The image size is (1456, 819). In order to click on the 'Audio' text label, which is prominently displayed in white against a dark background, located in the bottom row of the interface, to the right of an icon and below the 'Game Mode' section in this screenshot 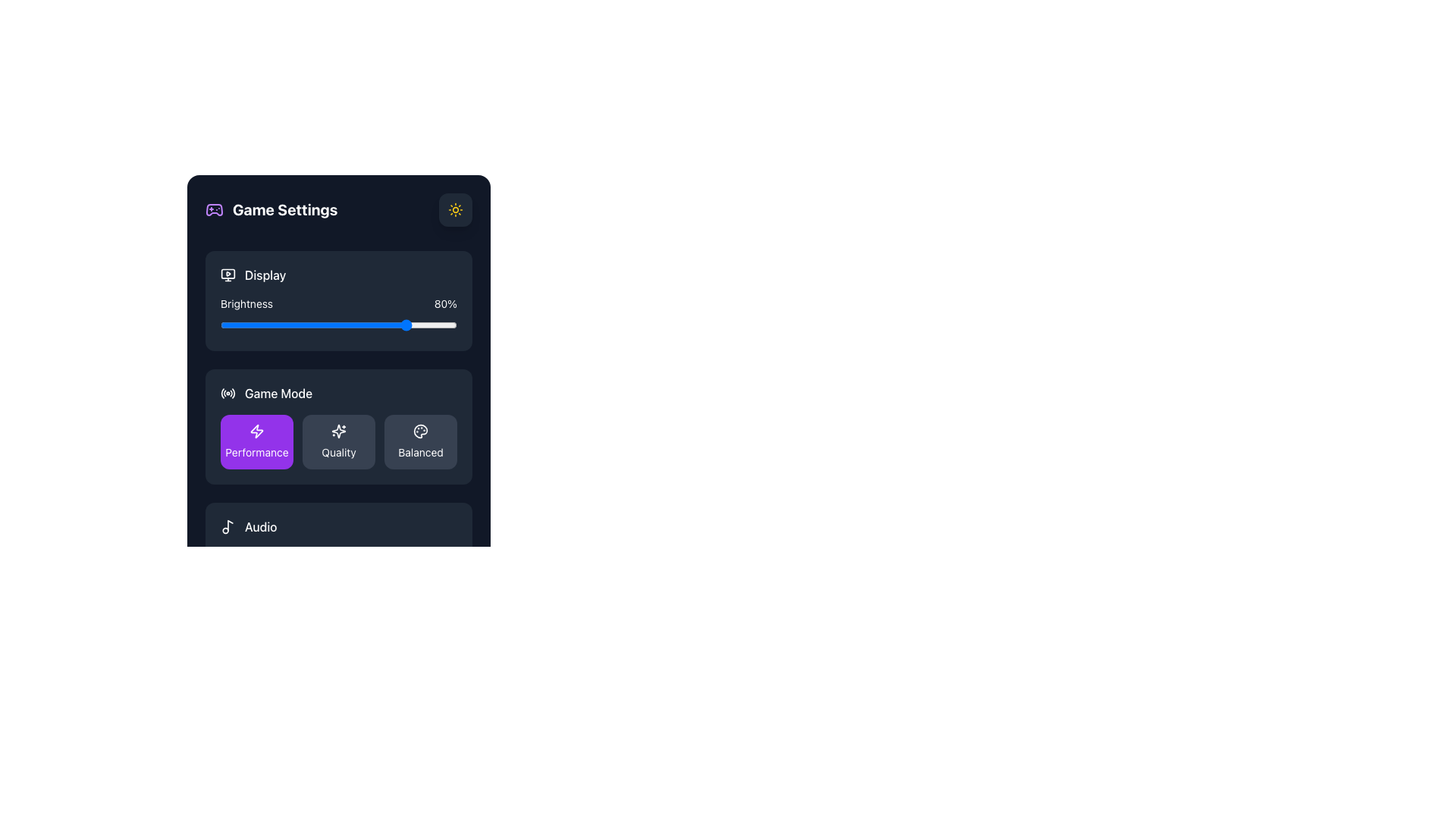, I will do `click(261, 526)`.